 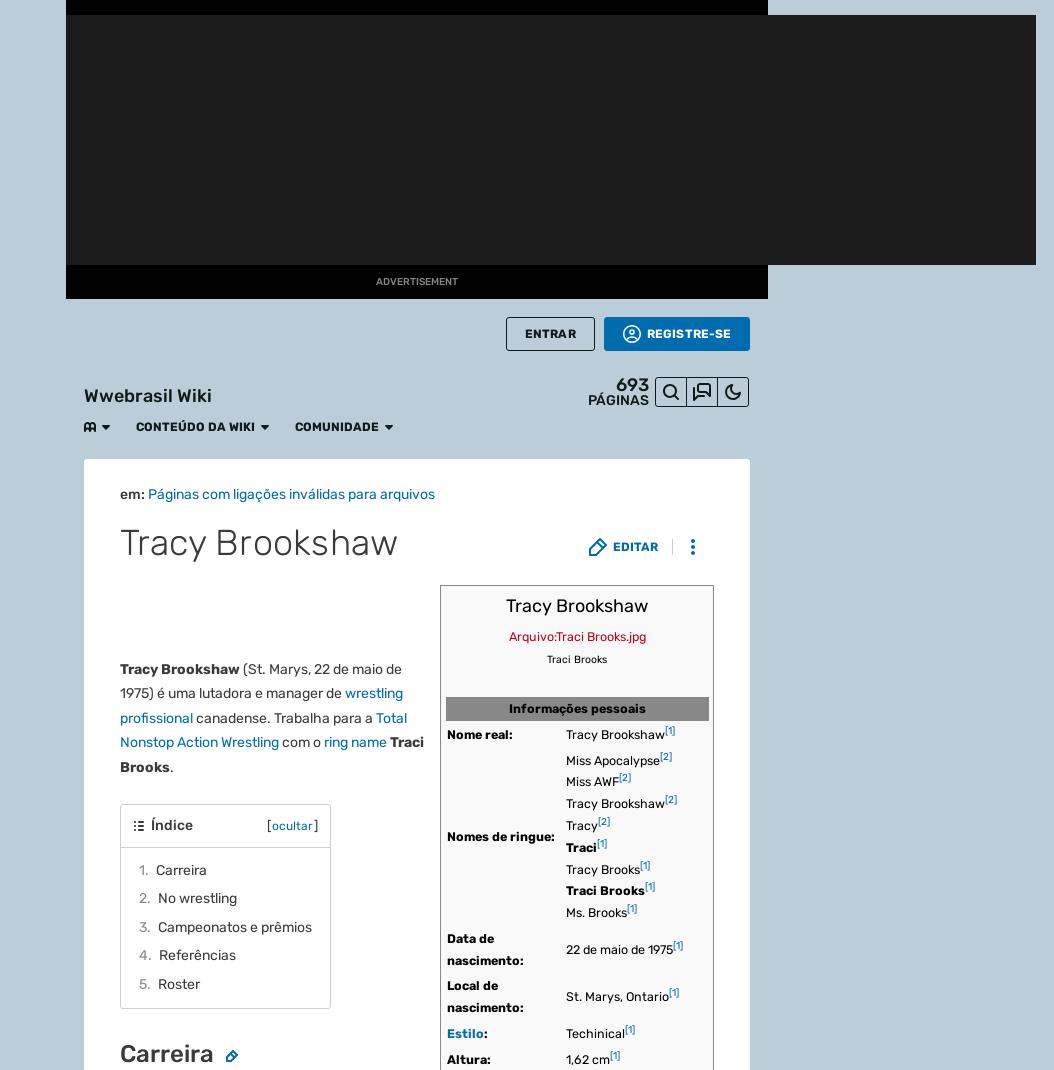 What do you see at coordinates (215, 133) in the screenshot?
I see `'Jeremy Borash'` at bounding box center [215, 133].